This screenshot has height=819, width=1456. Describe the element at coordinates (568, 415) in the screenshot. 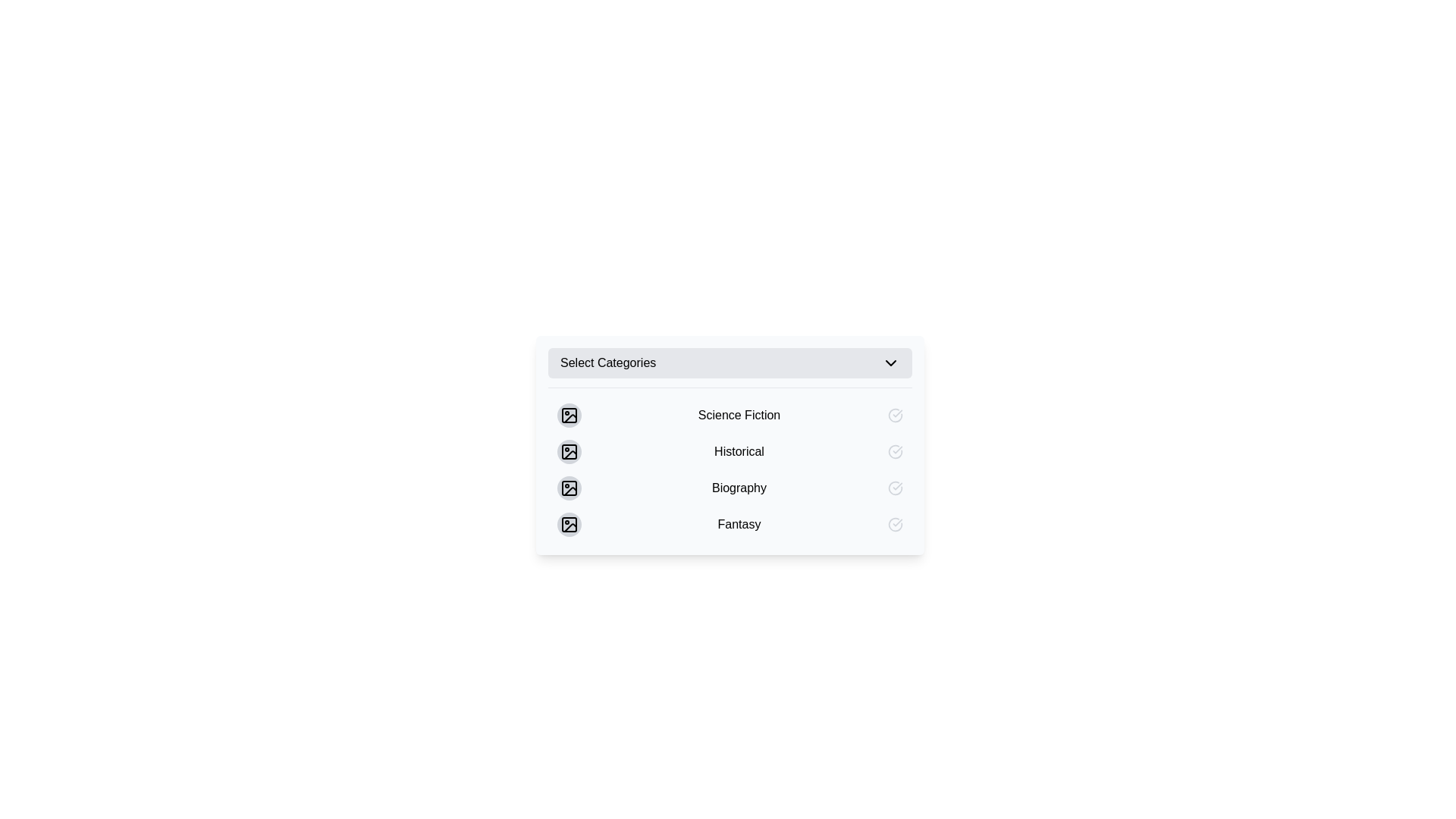

I see `the SVG icon representing the 'Science Fiction' category, which is located in the first row of the list box under the 'Select Categories' title` at that location.